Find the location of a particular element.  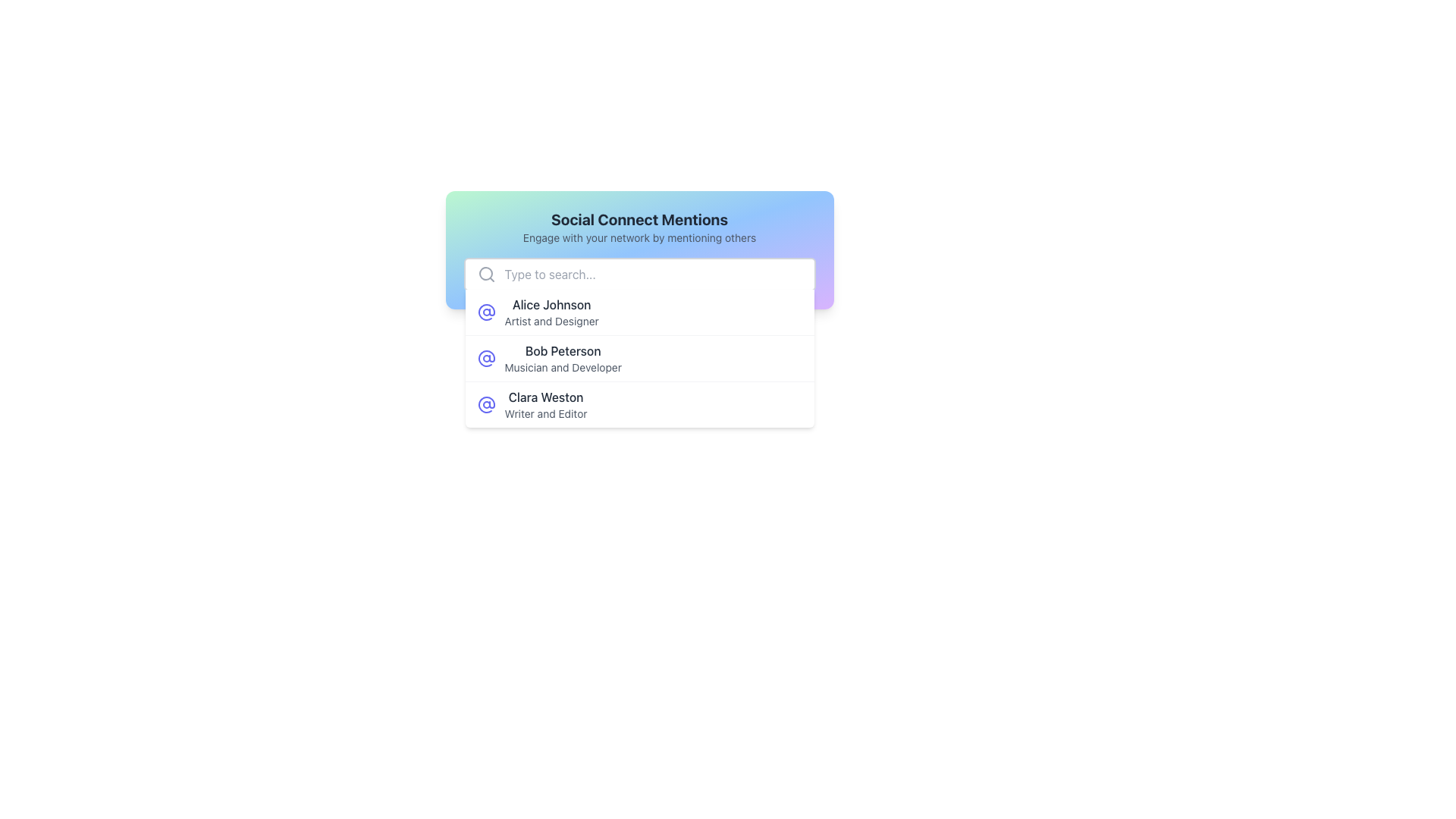

the indigo '@' icon representing email or mention functionality next to 'Bob Peterson Musician and Developer' is located at coordinates (486, 359).